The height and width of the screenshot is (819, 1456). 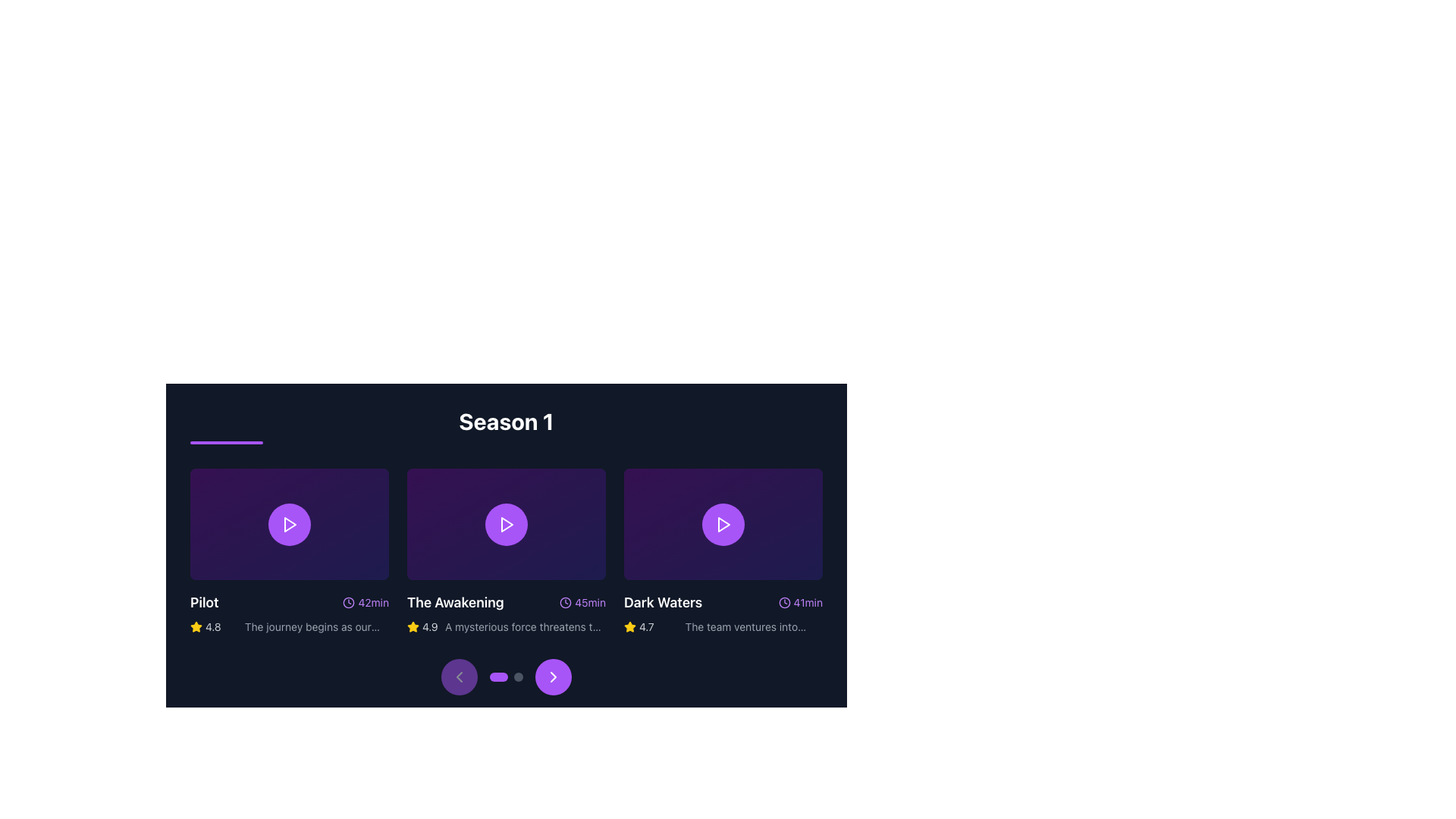 I want to click on the Label showing duration '41min', which is styled with a small purple font and is located to the right of a clock icon, part of the 'Dark Waters' entry, so click(x=807, y=602).